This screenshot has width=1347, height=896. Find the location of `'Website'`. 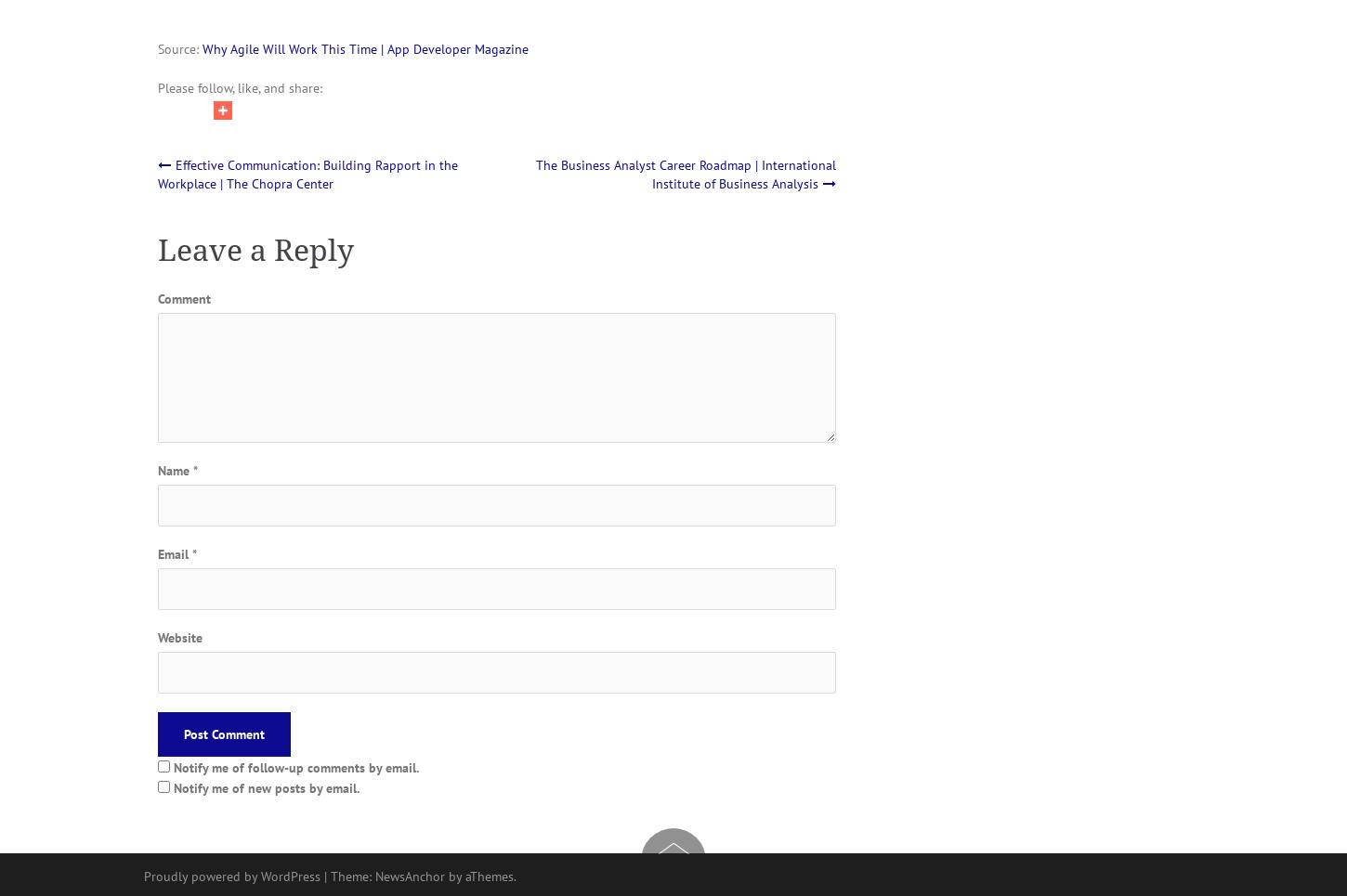

'Website' is located at coordinates (179, 636).